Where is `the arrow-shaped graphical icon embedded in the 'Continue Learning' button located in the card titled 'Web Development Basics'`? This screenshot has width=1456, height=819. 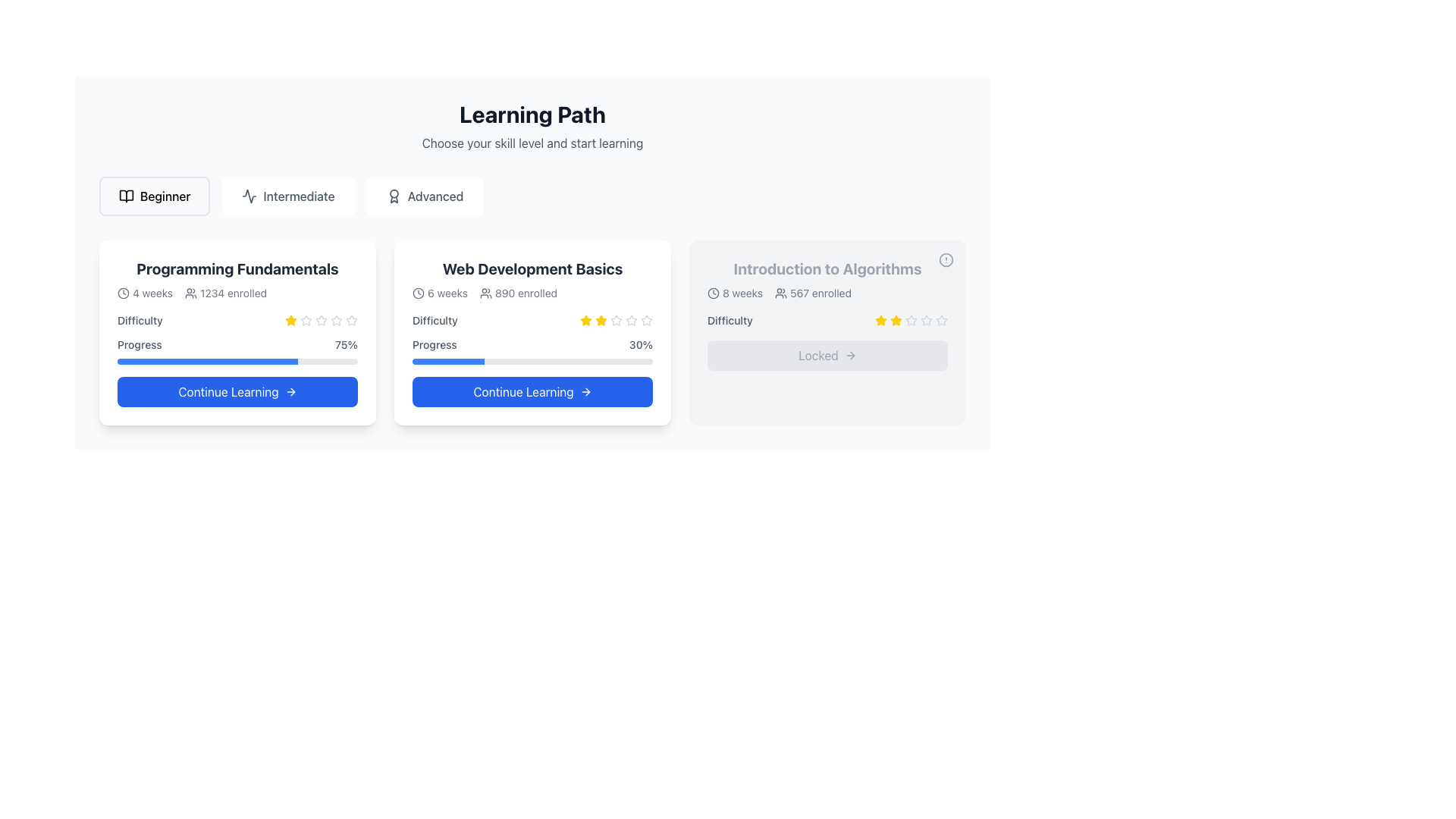
the arrow-shaped graphical icon embedded in the 'Continue Learning' button located in the card titled 'Web Development Basics' is located at coordinates (586, 391).